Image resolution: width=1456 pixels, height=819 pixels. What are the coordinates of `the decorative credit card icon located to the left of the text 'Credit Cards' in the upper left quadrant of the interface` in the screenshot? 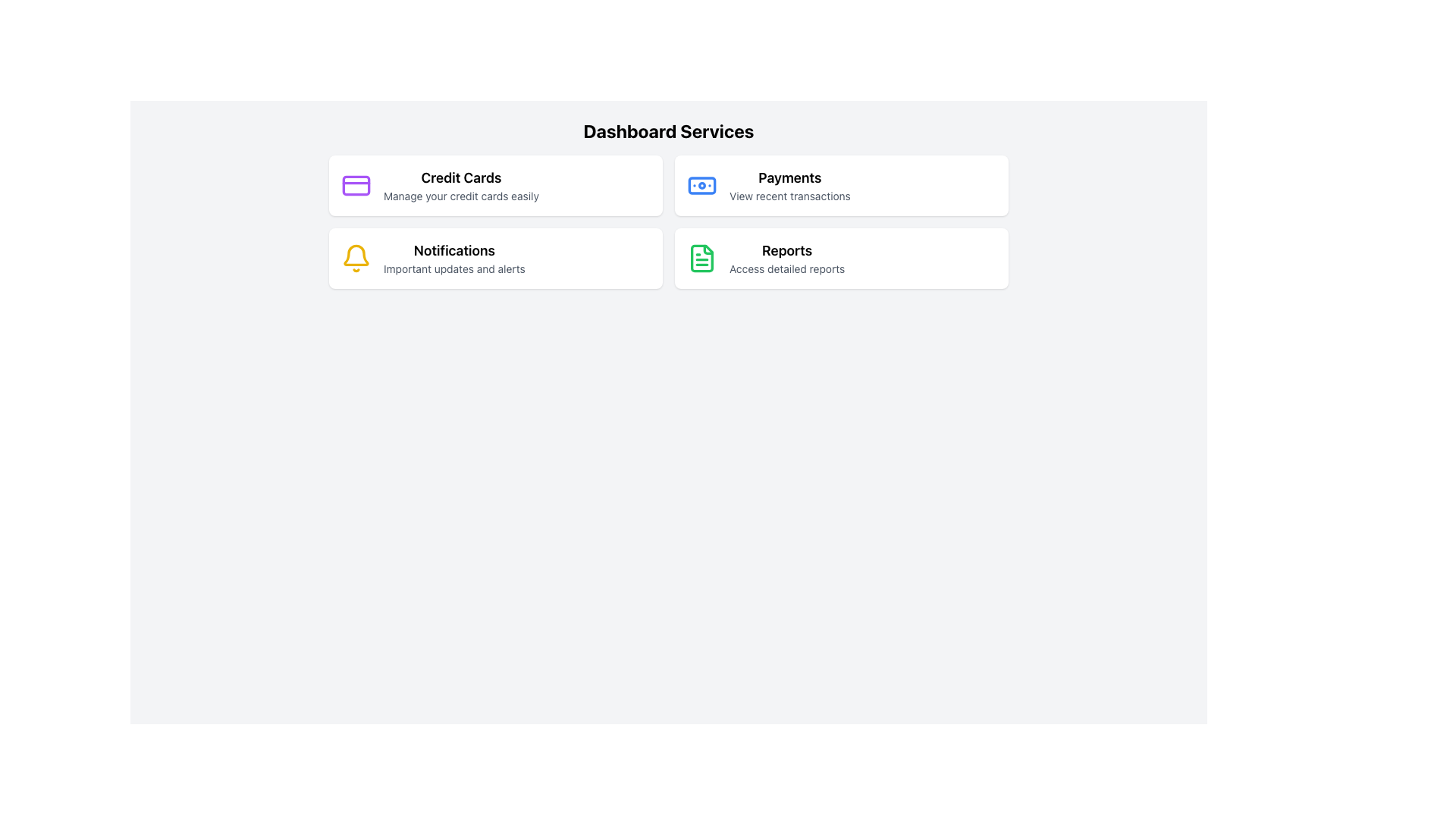 It's located at (356, 185).